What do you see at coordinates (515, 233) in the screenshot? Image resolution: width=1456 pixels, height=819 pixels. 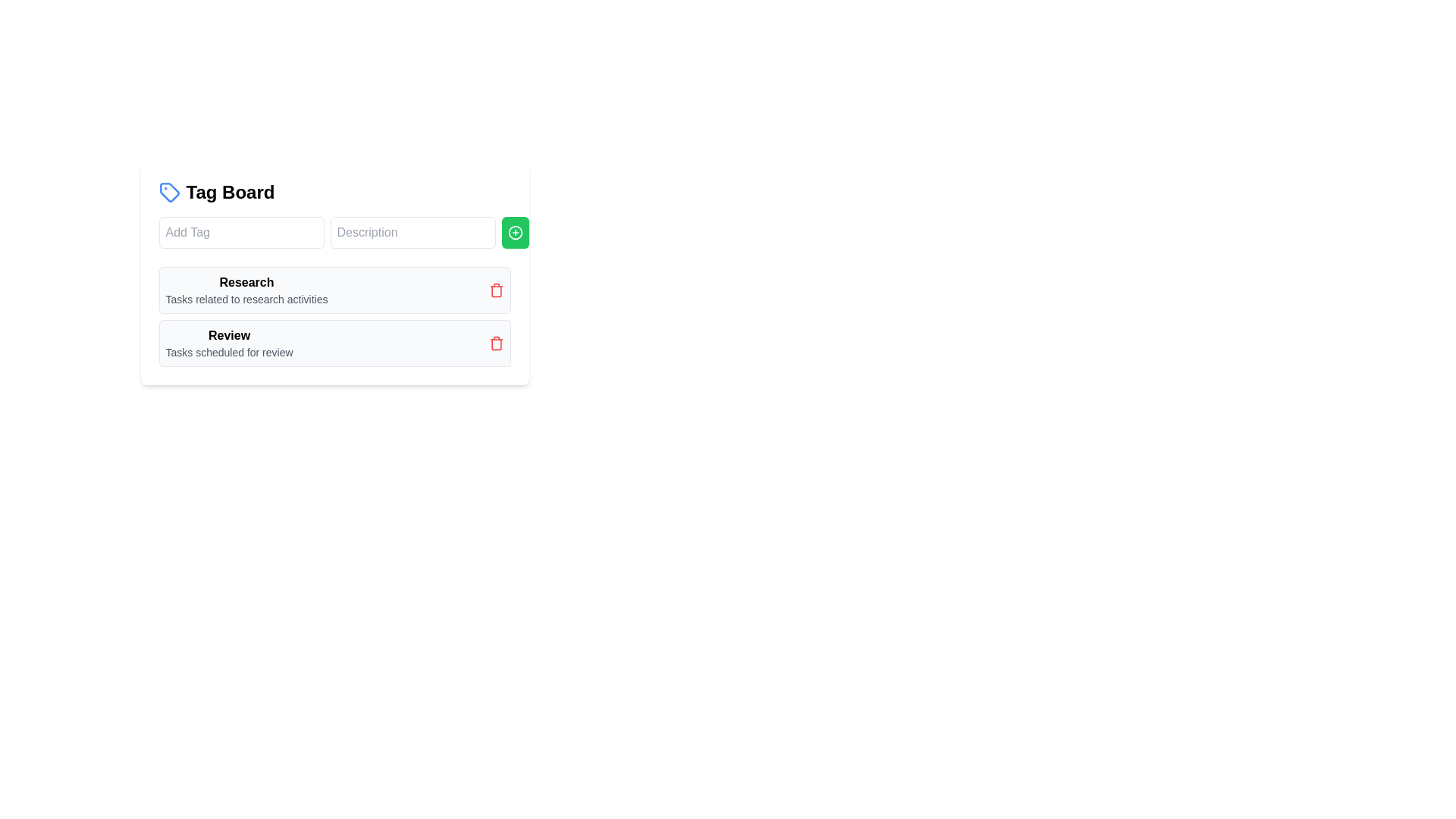 I see `the green rectangular button with a plus sign icon by` at bounding box center [515, 233].